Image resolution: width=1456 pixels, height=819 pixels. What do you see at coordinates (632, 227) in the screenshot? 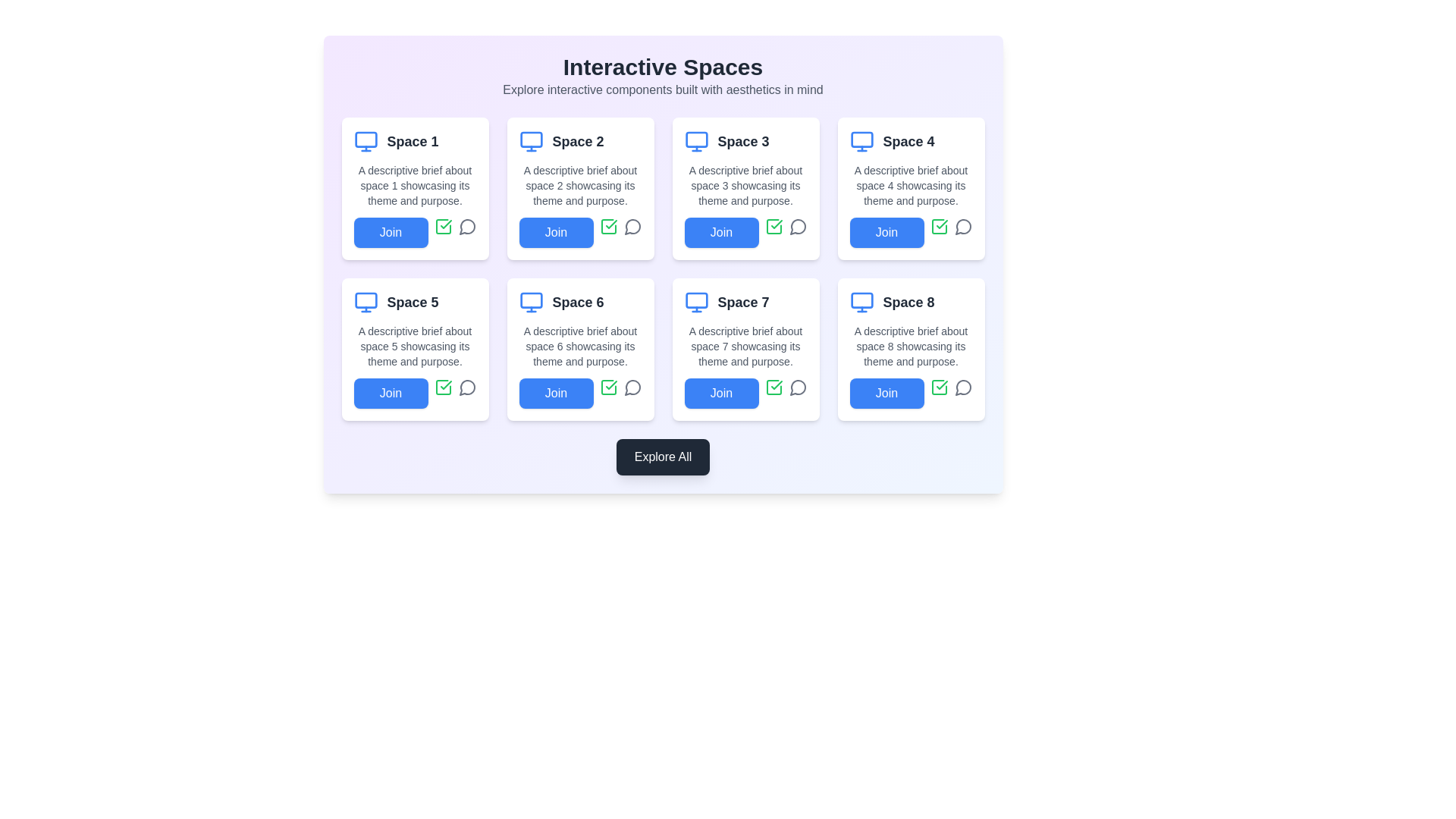
I see `the graphical icon representing comment functionality, located at the bottom-right of the Space 2 card in the grid` at bounding box center [632, 227].